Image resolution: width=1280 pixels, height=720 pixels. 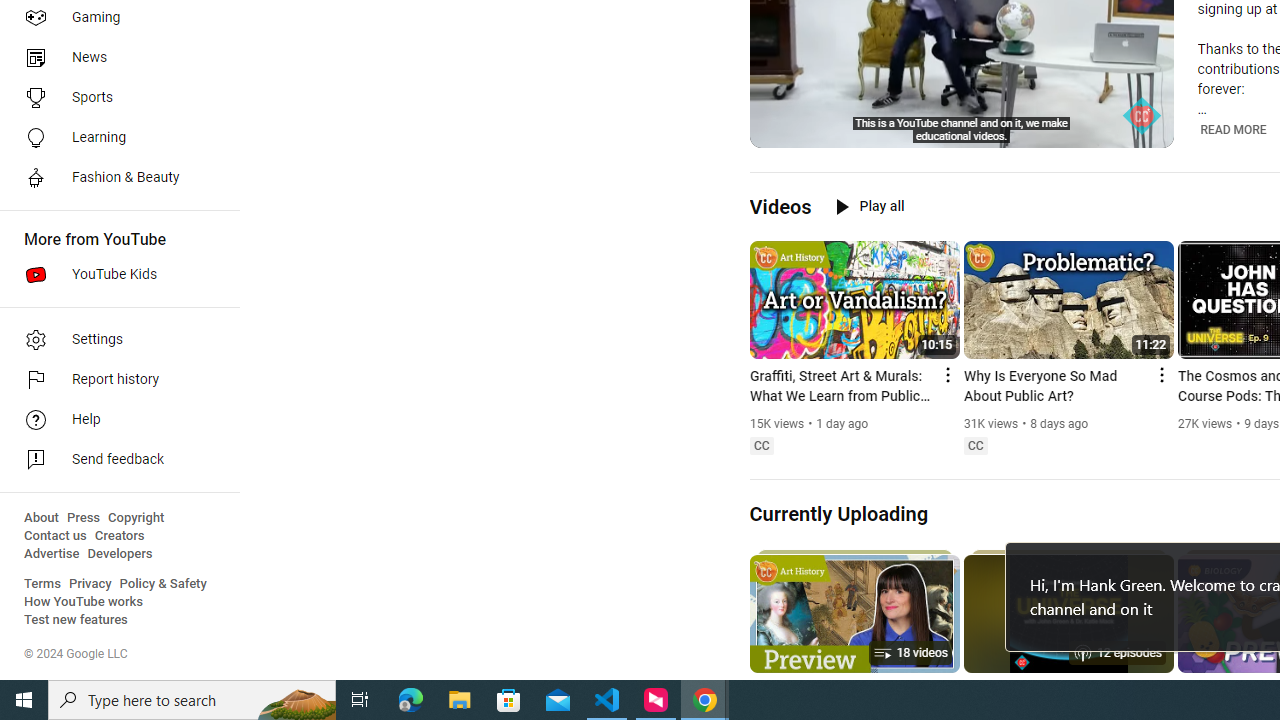 I want to click on 'Videos', so click(x=779, y=206).